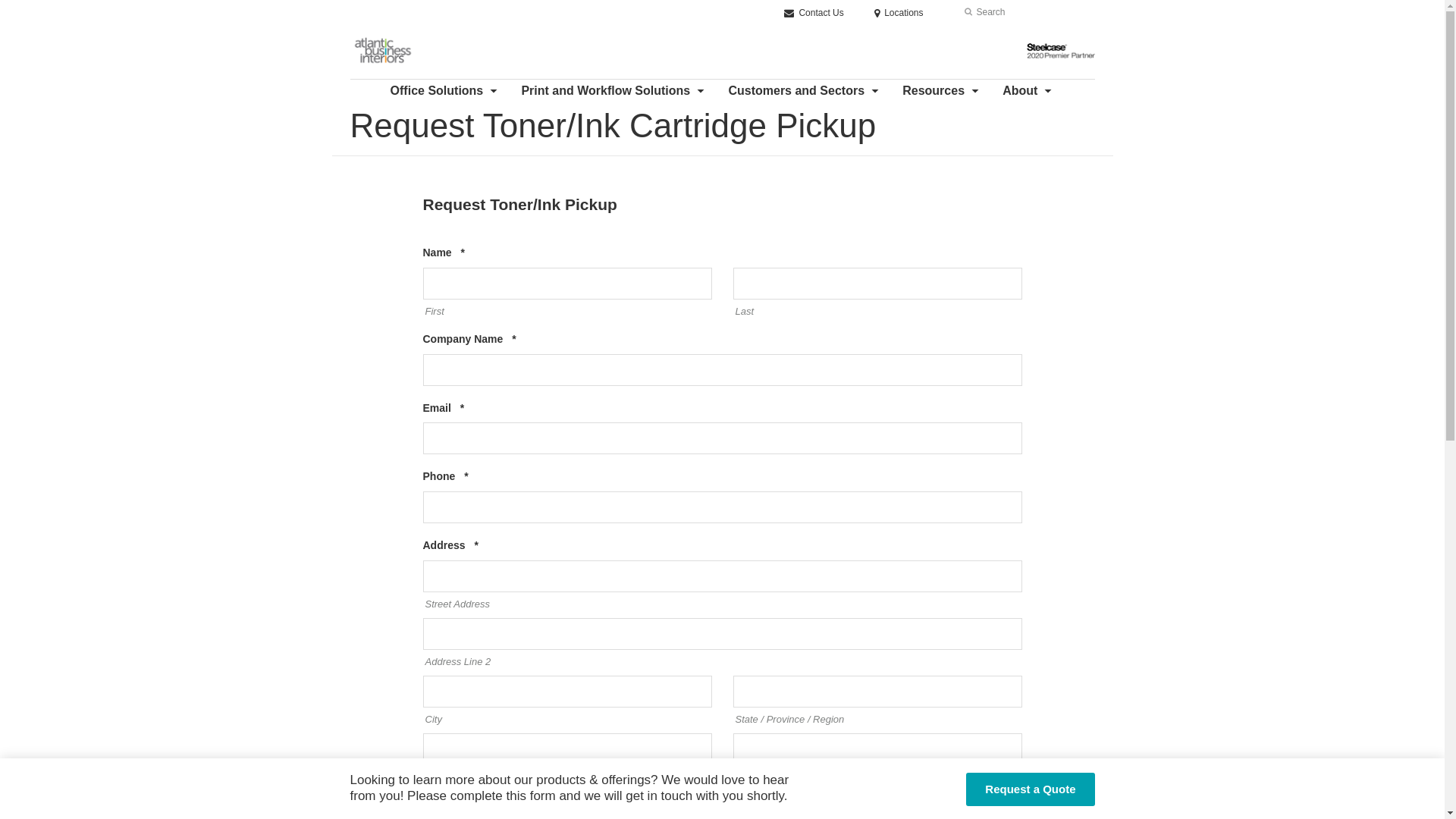 This screenshot has width=1456, height=819. Describe the element at coordinates (1030, 789) in the screenshot. I see `'Request a Quote'` at that location.